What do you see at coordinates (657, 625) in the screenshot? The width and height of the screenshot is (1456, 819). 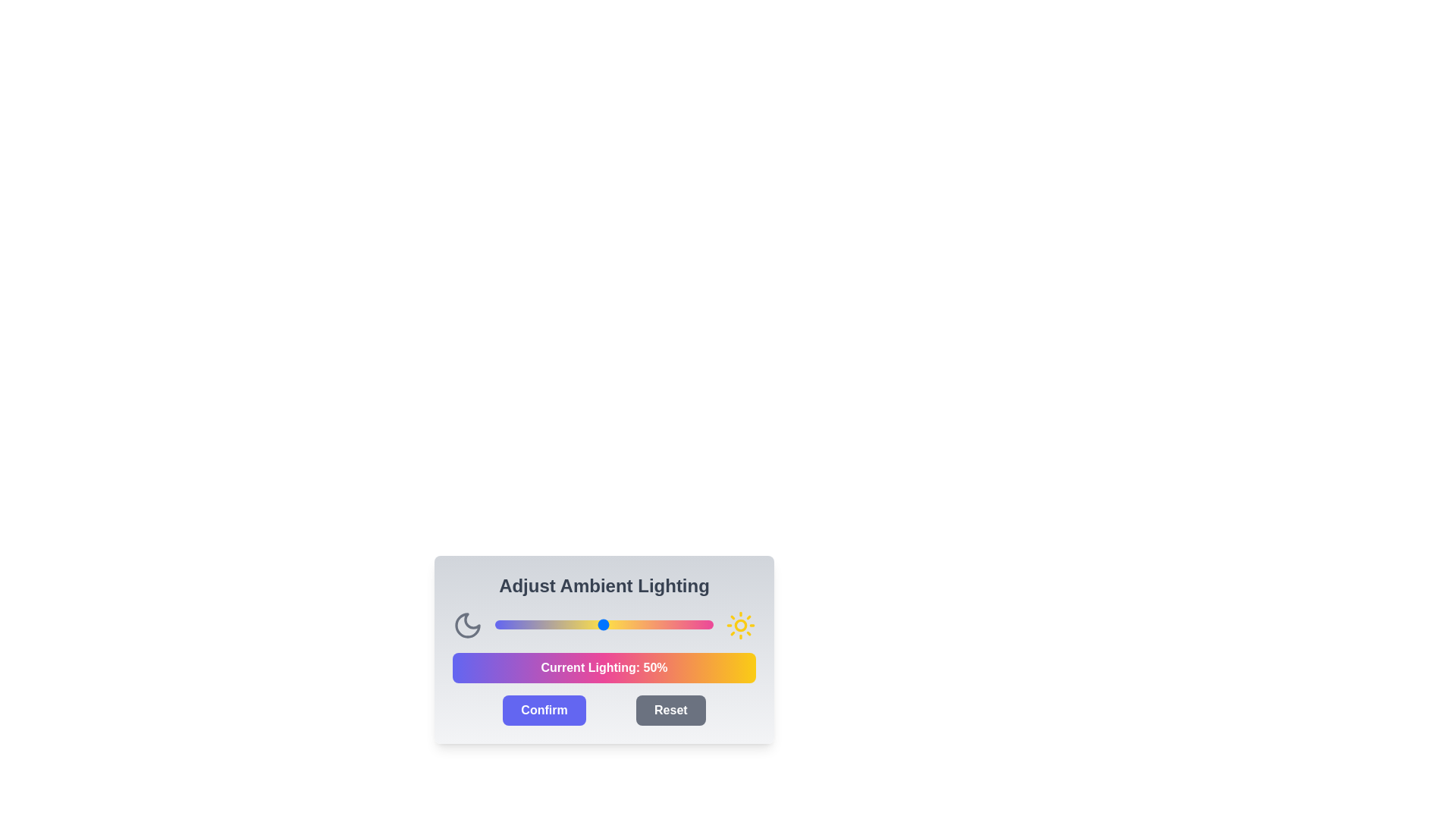 I see `the light intensity slider to 74%` at bounding box center [657, 625].